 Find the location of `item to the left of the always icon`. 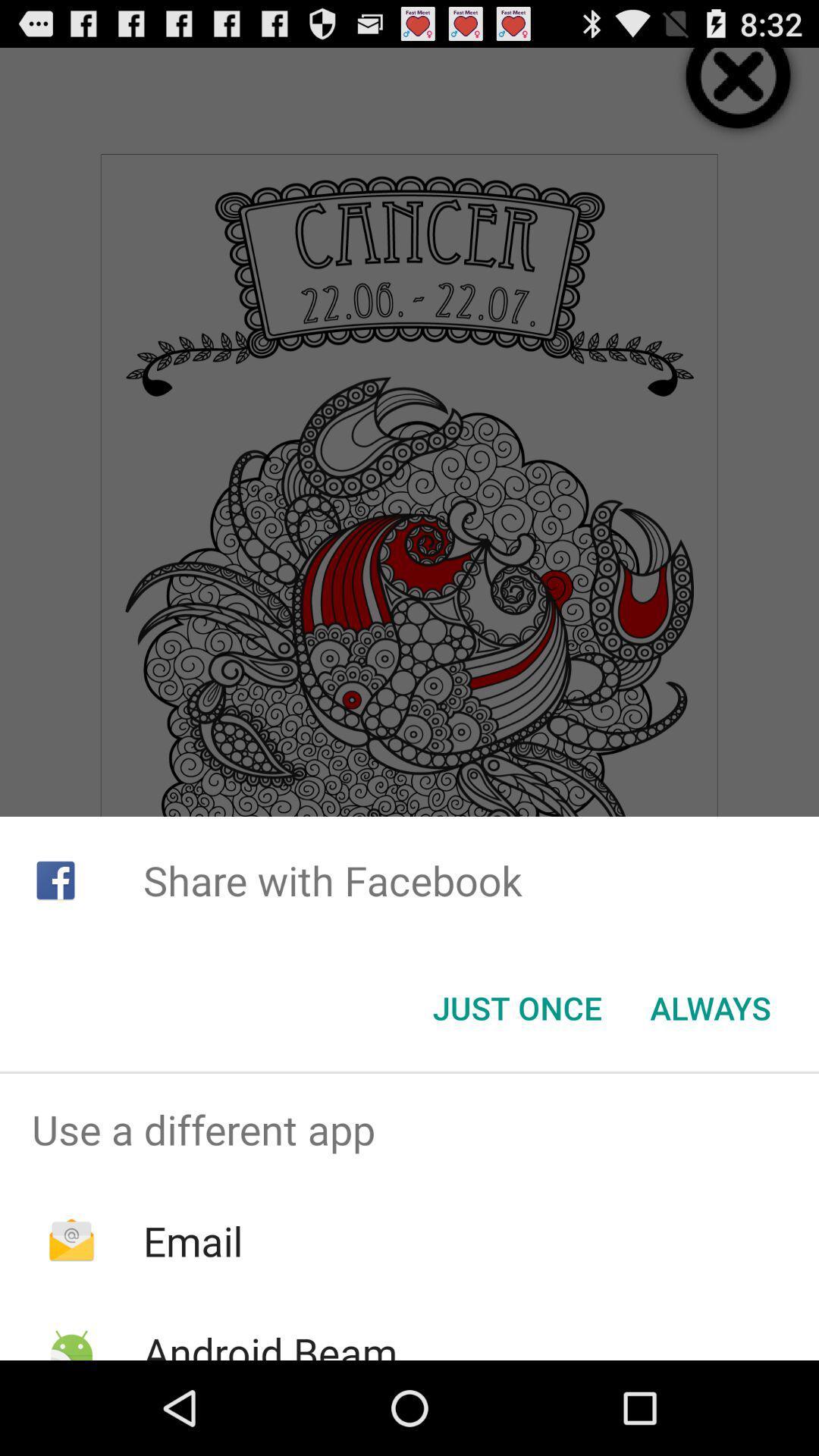

item to the left of the always icon is located at coordinates (516, 1008).